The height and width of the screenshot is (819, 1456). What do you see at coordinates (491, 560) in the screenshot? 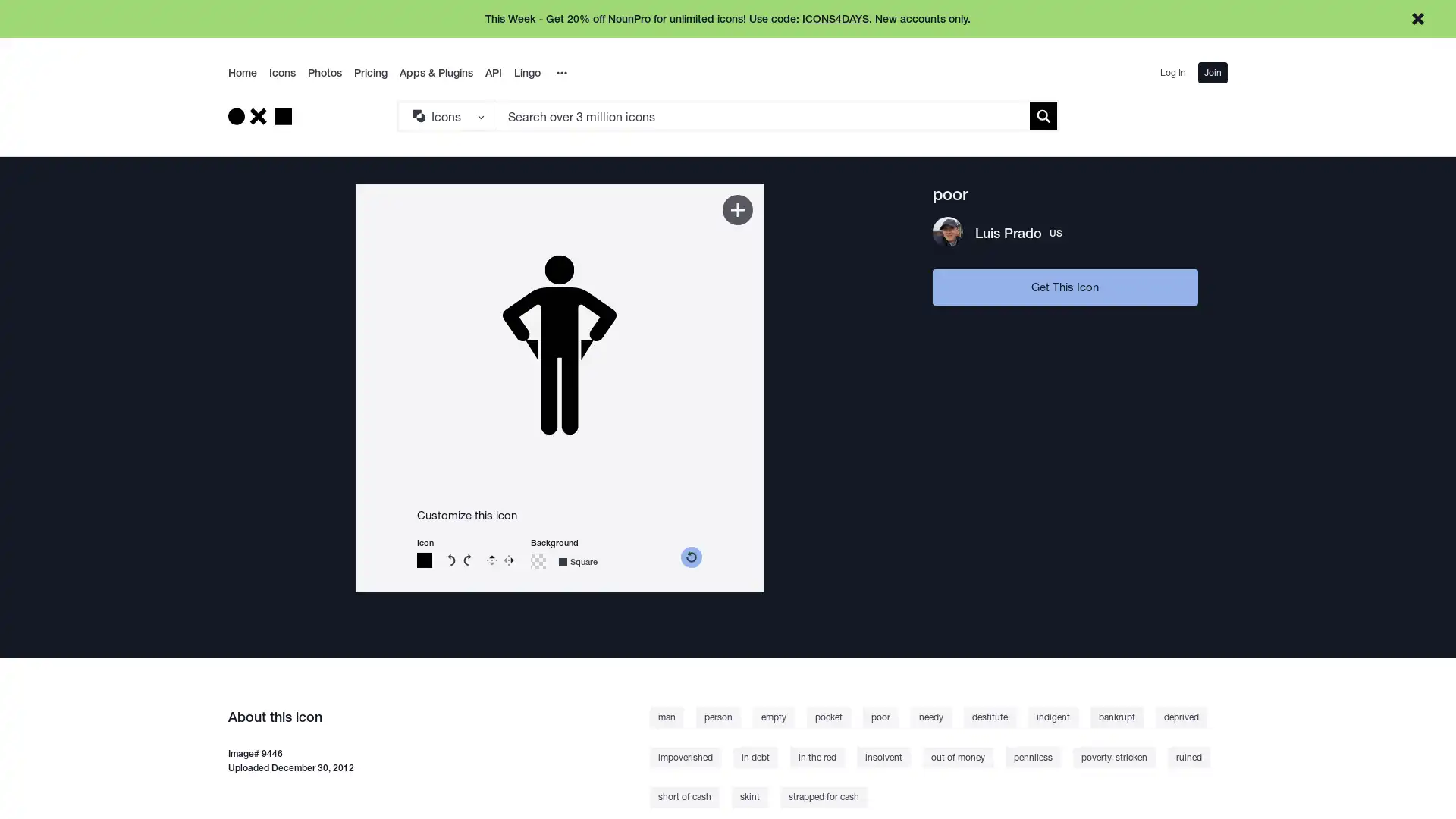
I see `Flip` at bounding box center [491, 560].